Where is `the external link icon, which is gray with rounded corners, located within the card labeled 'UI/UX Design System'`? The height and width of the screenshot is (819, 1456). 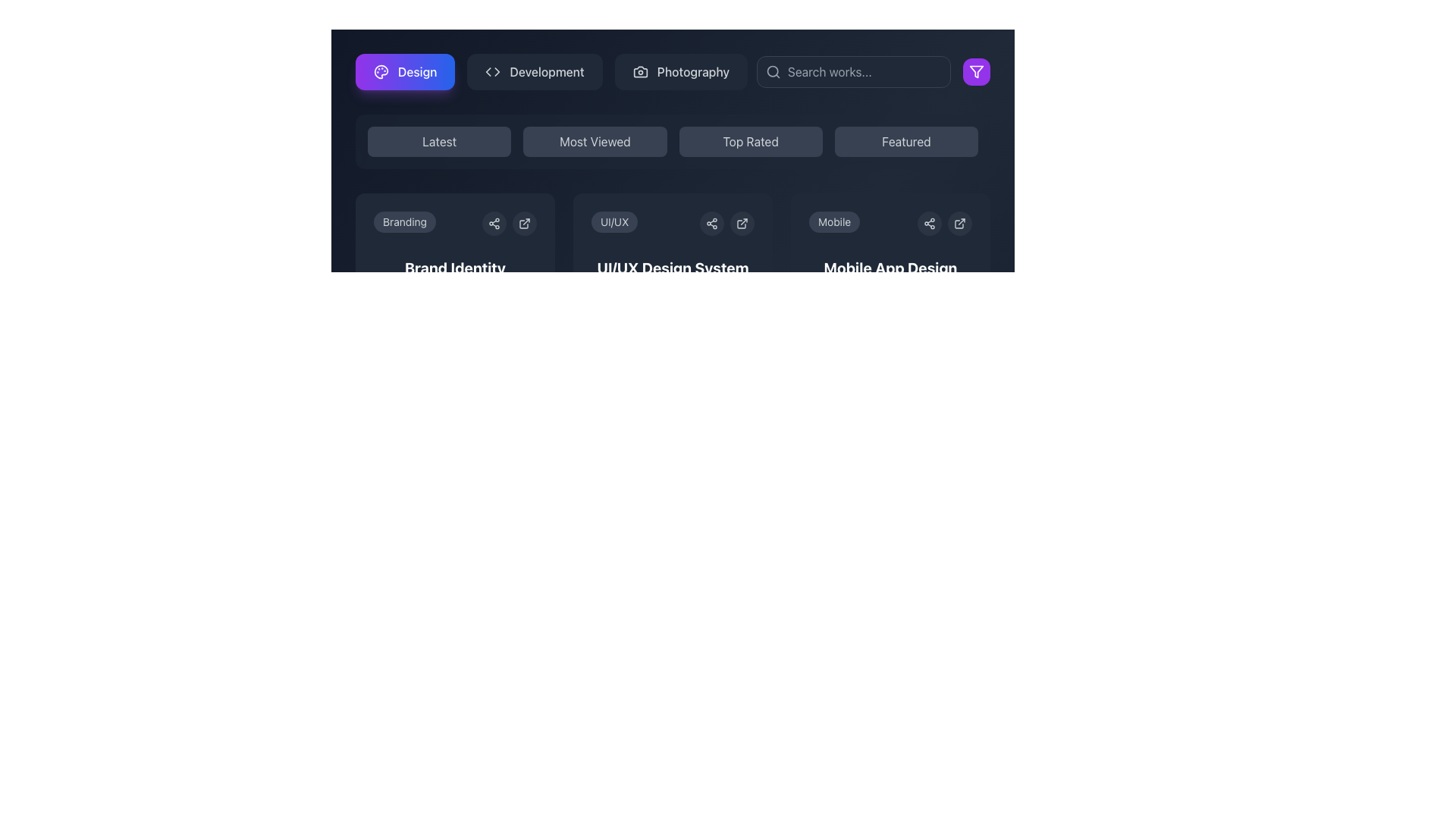 the external link icon, which is gray with rounded corners, located within the card labeled 'UI/UX Design System' is located at coordinates (742, 223).